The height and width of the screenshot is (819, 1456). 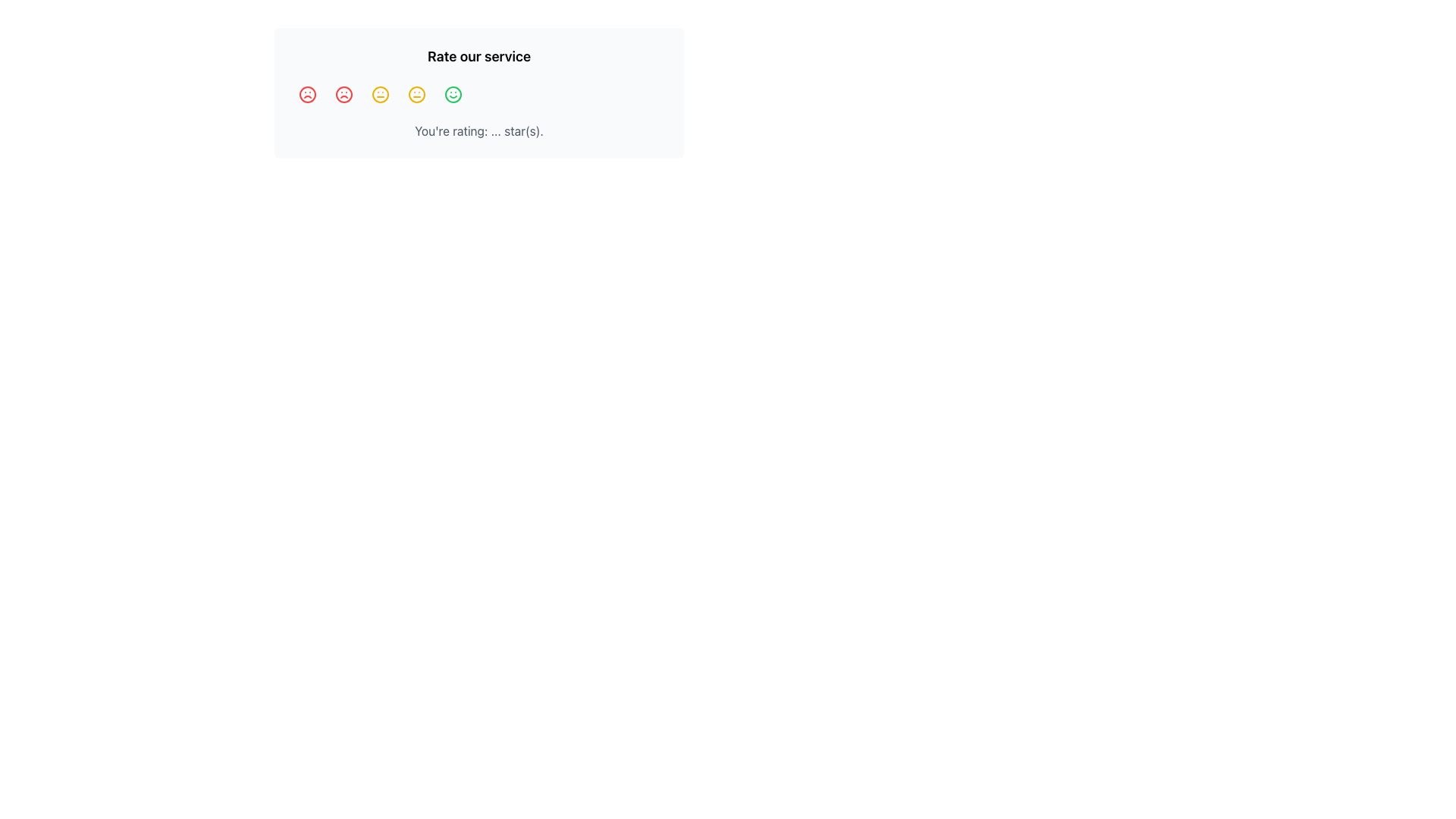 What do you see at coordinates (417, 94) in the screenshot?
I see `the circular yellow icon with a neutral expression` at bounding box center [417, 94].